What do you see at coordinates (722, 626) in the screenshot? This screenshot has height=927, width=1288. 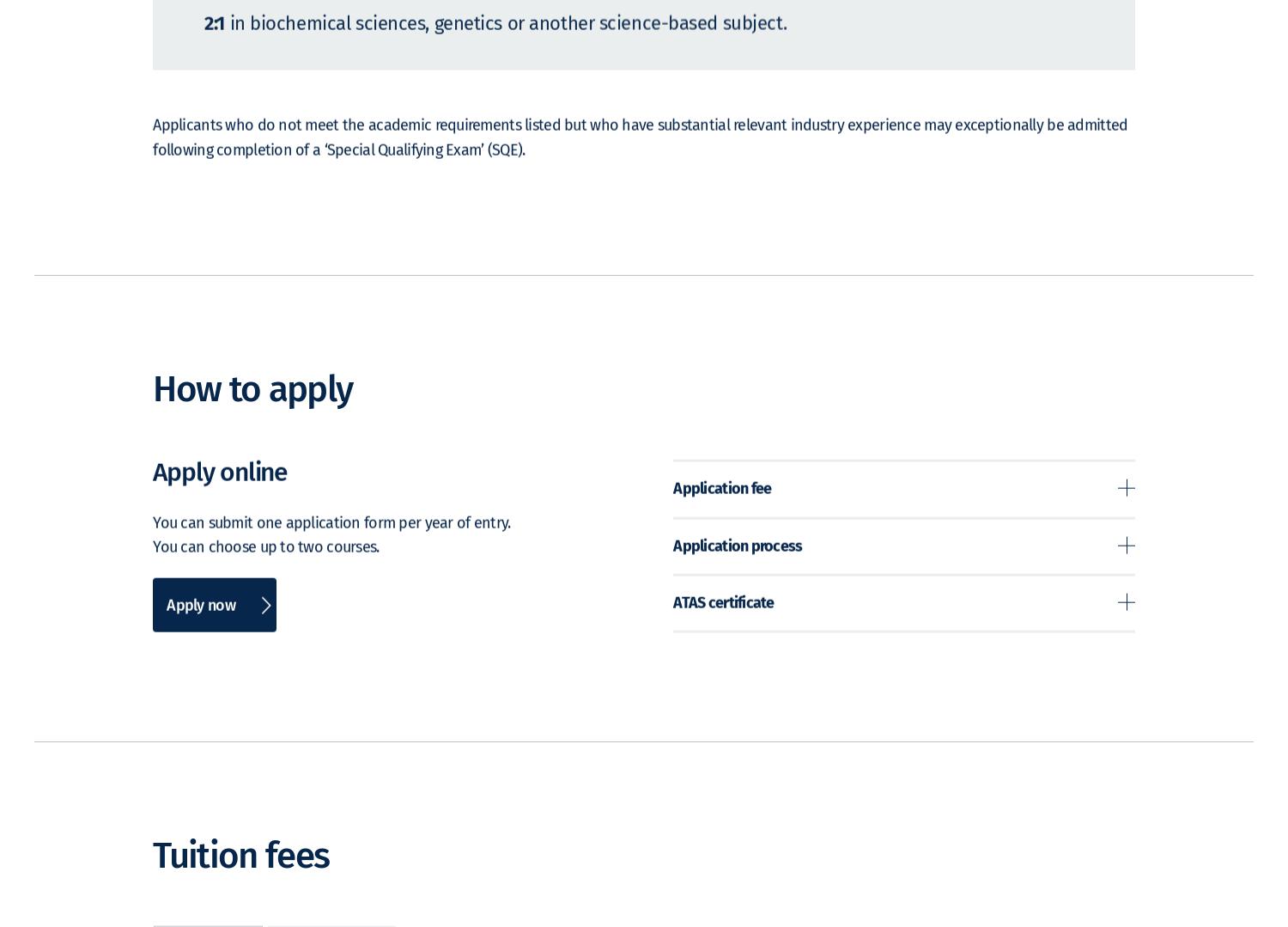 I see `'ATAS certificate'` at bounding box center [722, 626].